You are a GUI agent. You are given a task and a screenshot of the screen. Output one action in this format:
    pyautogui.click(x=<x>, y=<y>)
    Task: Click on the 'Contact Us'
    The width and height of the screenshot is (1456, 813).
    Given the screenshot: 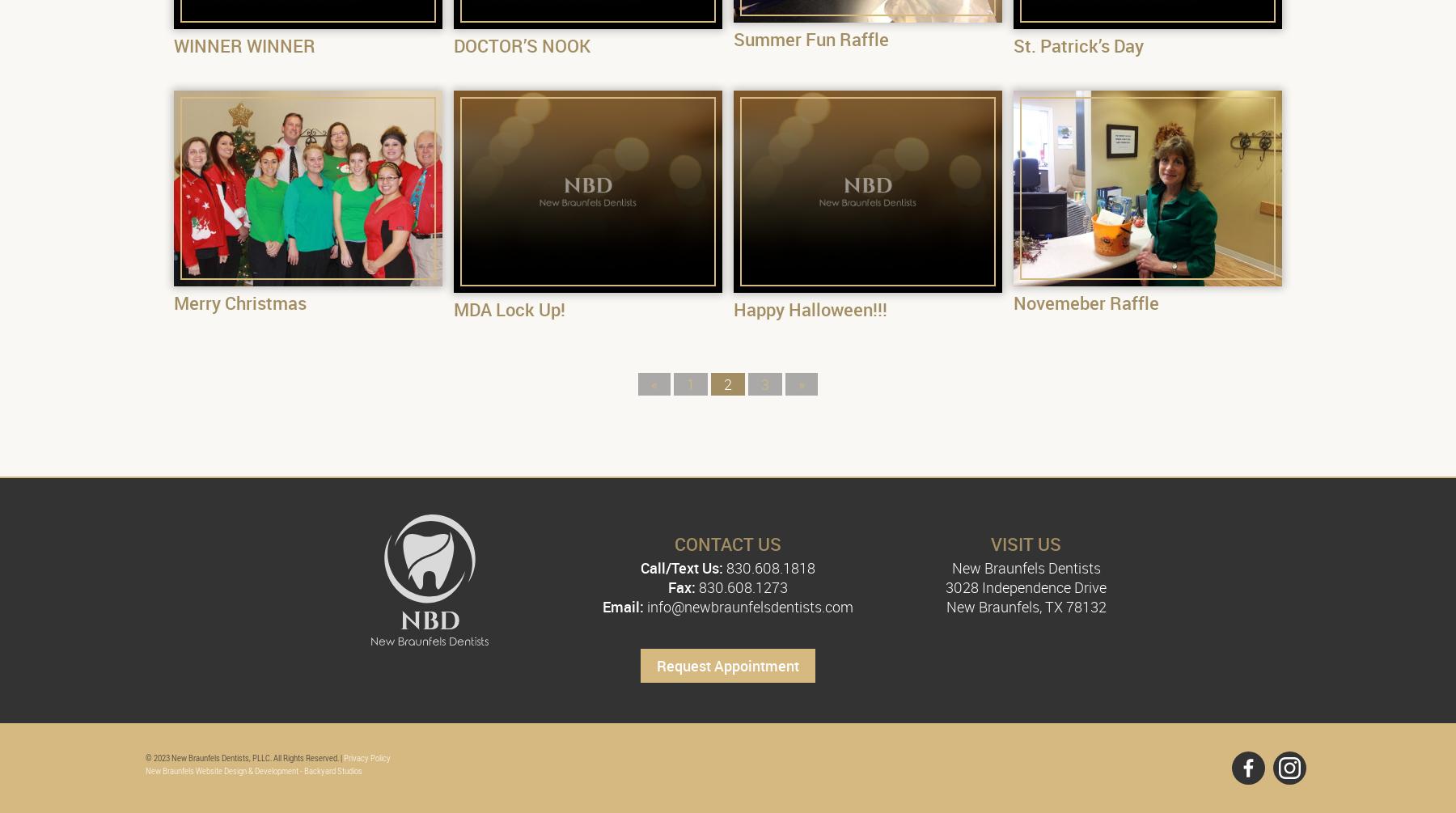 What is the action you would take?
    pyautogui.click(x=726, y=544)
    